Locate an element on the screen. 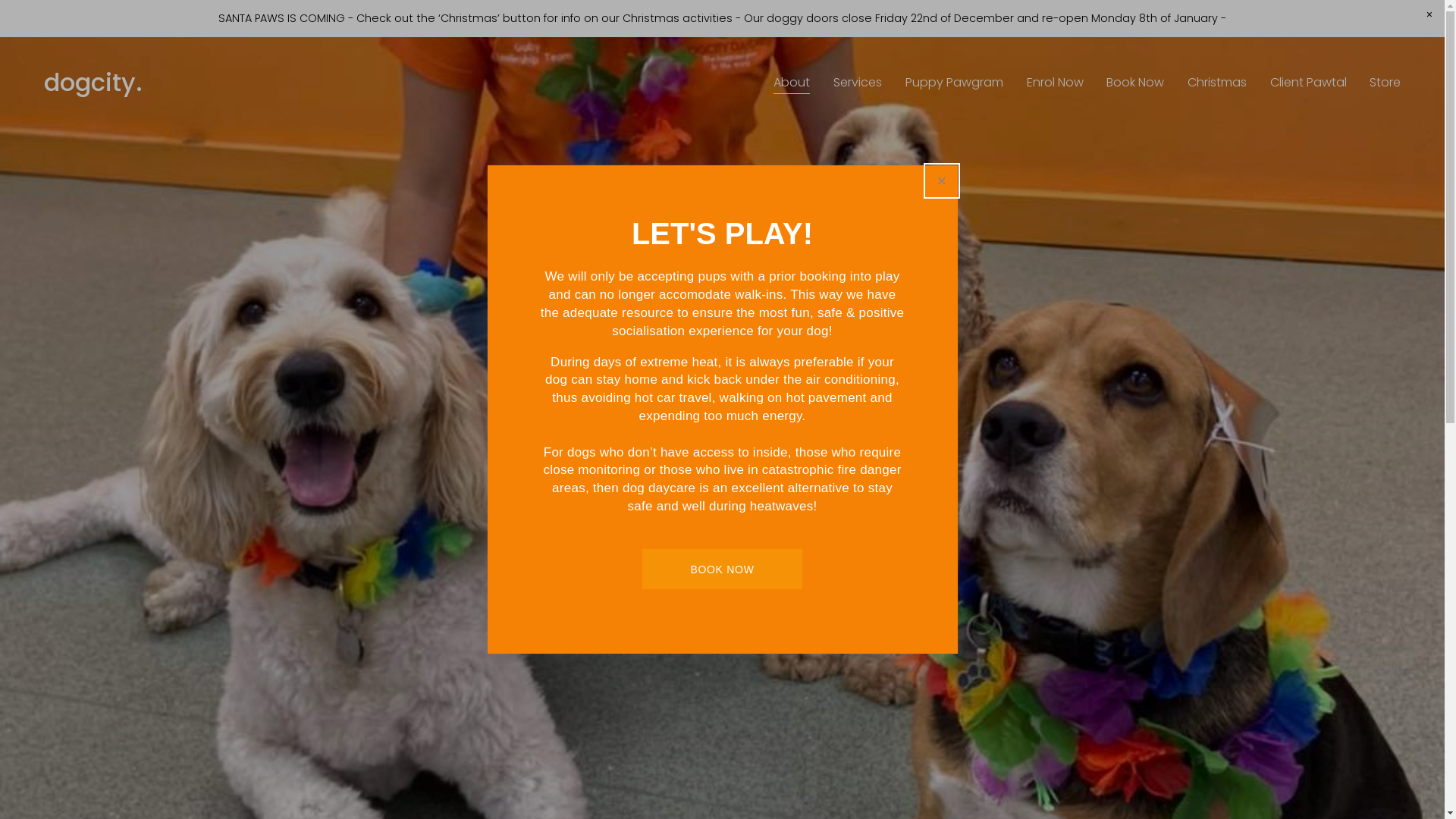 This screenshot has height=819, width=1456. 'dogcity.' is located at coordinates (93, 82).